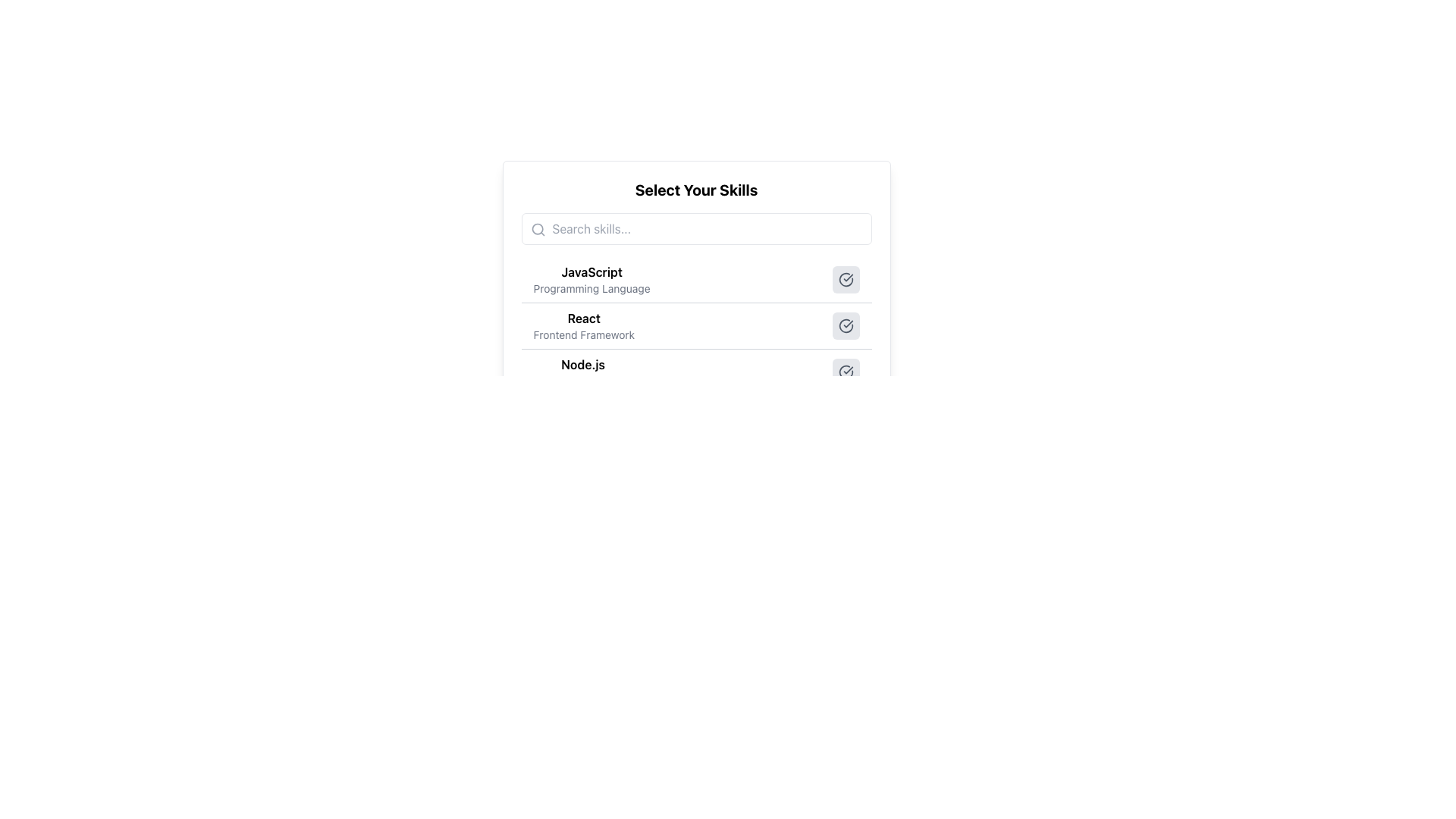  Describe the element at coordinates (538, 230) in the screenshot. I see `the search icon located on the left side of the input field, which visually indicates the search functionality of the input` at that location.